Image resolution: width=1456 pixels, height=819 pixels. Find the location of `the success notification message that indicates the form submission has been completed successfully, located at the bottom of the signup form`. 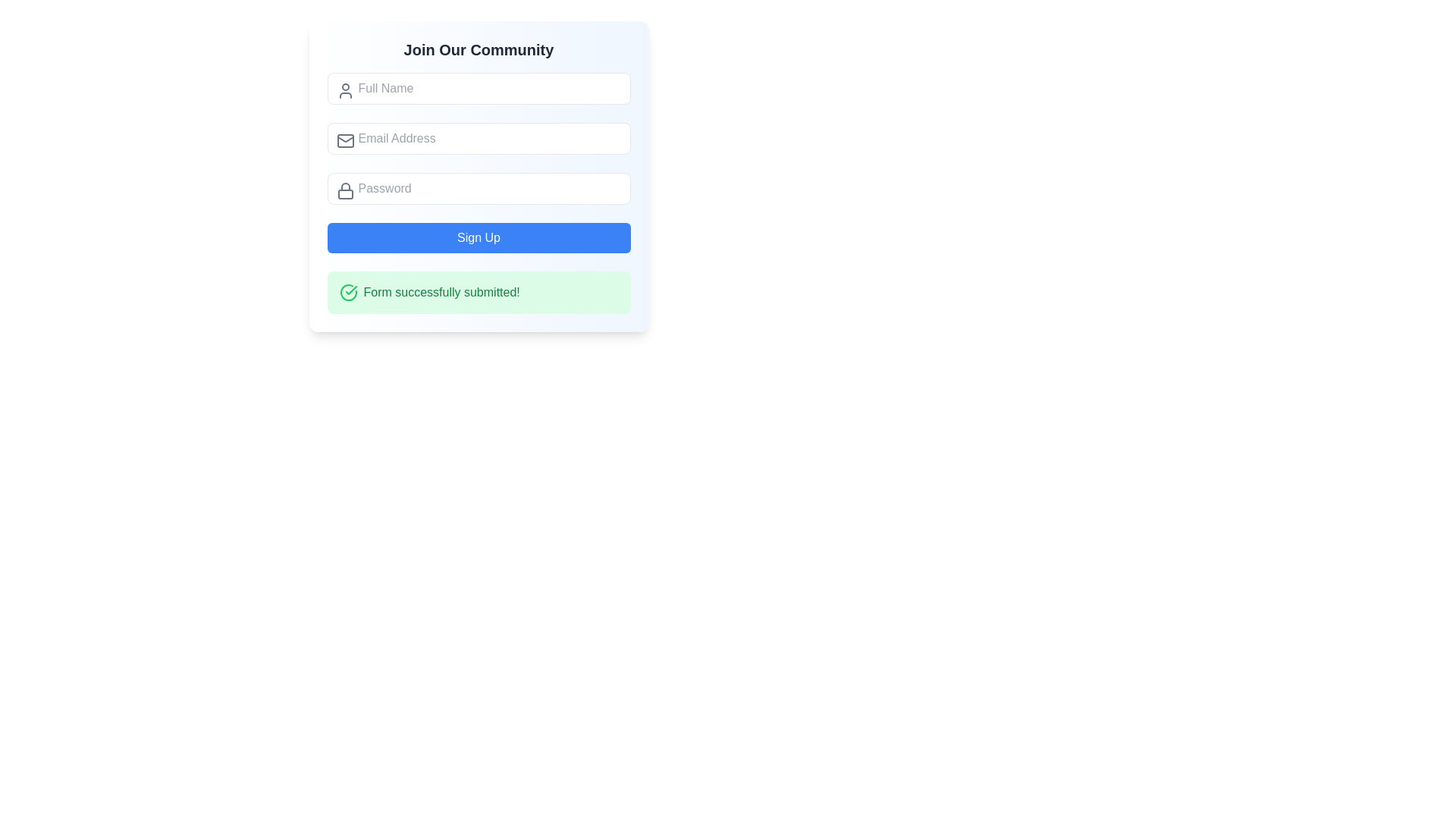

the success notification message that indicates the form submission has been completed successfully, located at the bottom of the signup form is located at coordinates (478, 292).